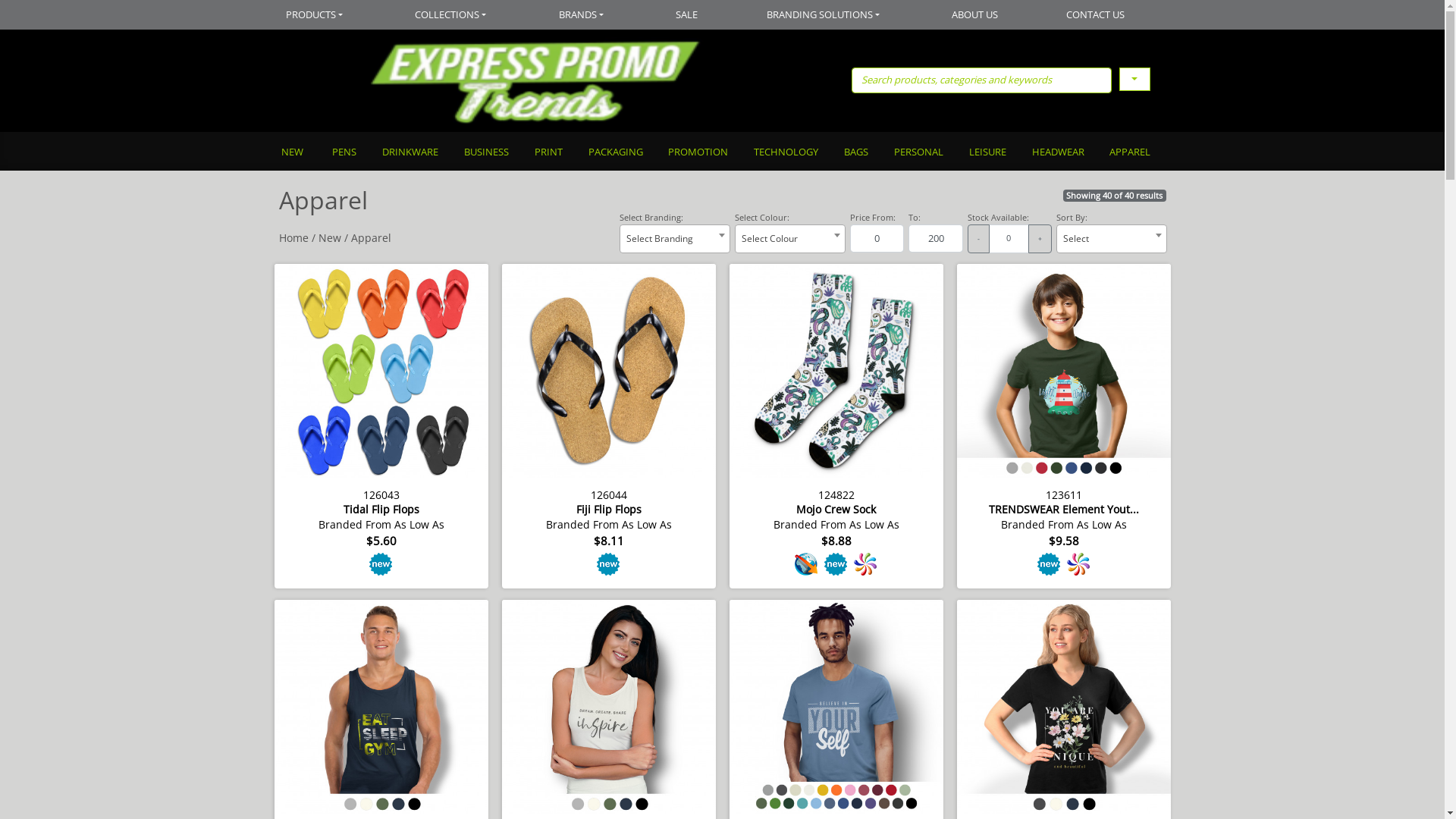 The width and height of the screenshot is (1456, 819). What do you see at coordinates (381, 14) in the screenshot?
I see `'COLLECTIONS'` at bounding box center [381, 14].